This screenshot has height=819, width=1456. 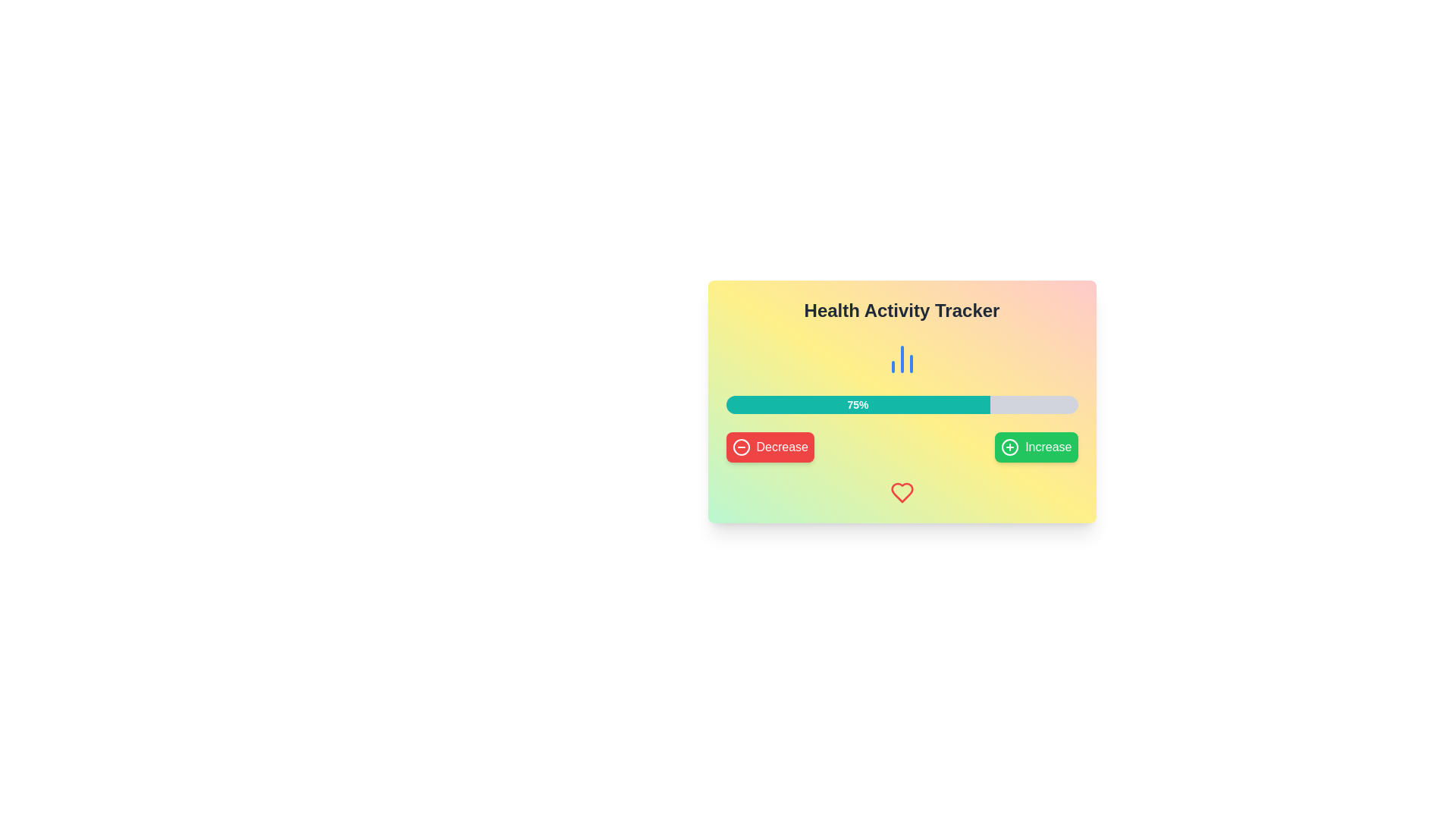 What do you see at coordinates (902, 493) in the screenshot?
I see `the red heart-shaped icon located at the bottom of the gradient background card, beneath the 'Health Activity Tracker' text, and above the 'Decrease' and 'Increase' buttons` at bounding box center [902, 493].